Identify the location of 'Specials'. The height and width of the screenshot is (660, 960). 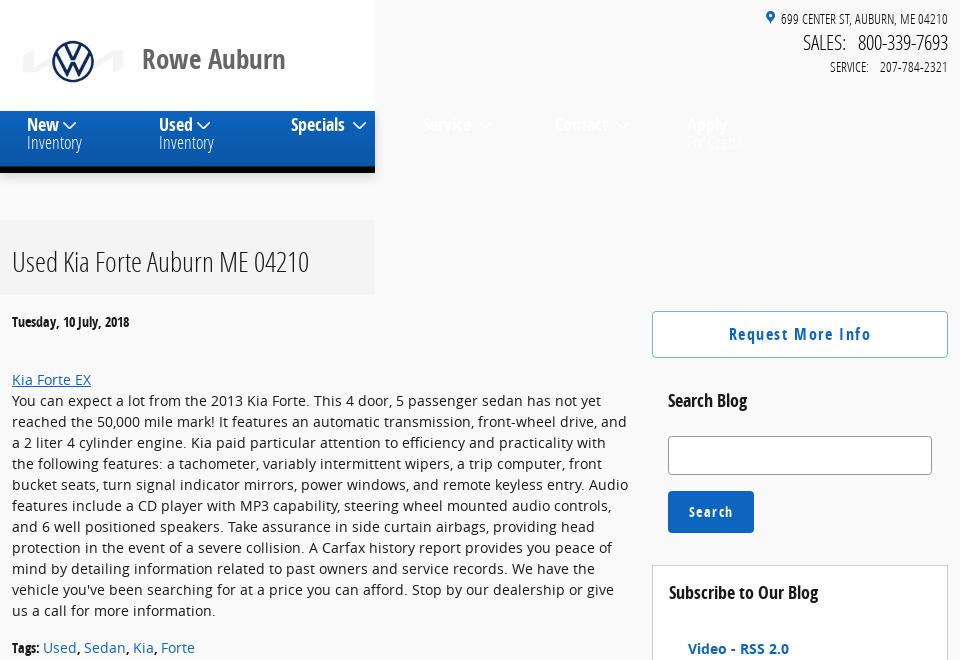
(289, 138).